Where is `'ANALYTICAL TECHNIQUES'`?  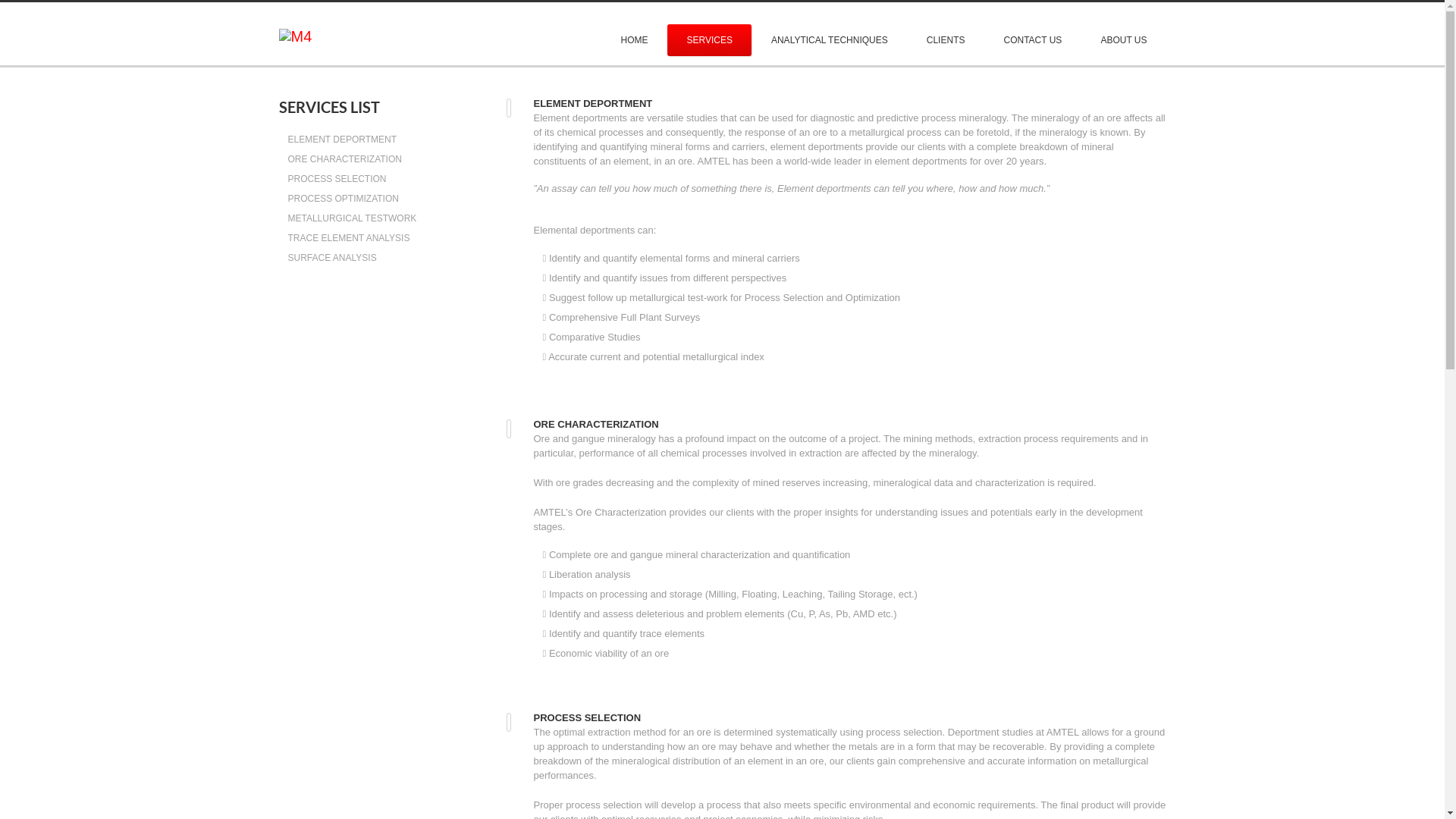
'ANALYTICAL TECHNIQUES' is located at coordinates (829, 39).